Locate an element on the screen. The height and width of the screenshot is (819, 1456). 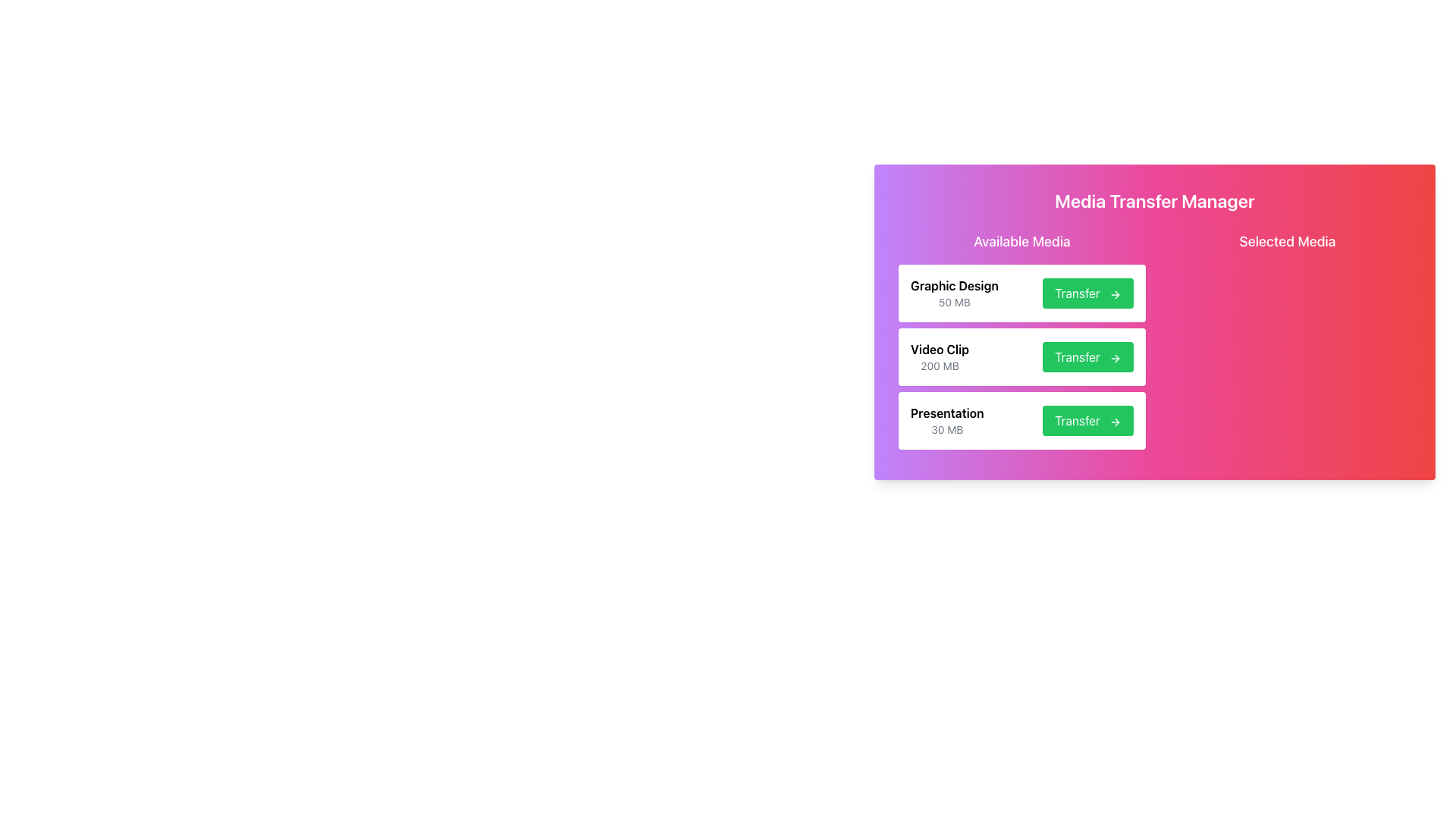
the second text label in the 'Available Media' section that presents information about a media file, specifically its name and size is located at coordinates (939, 356).